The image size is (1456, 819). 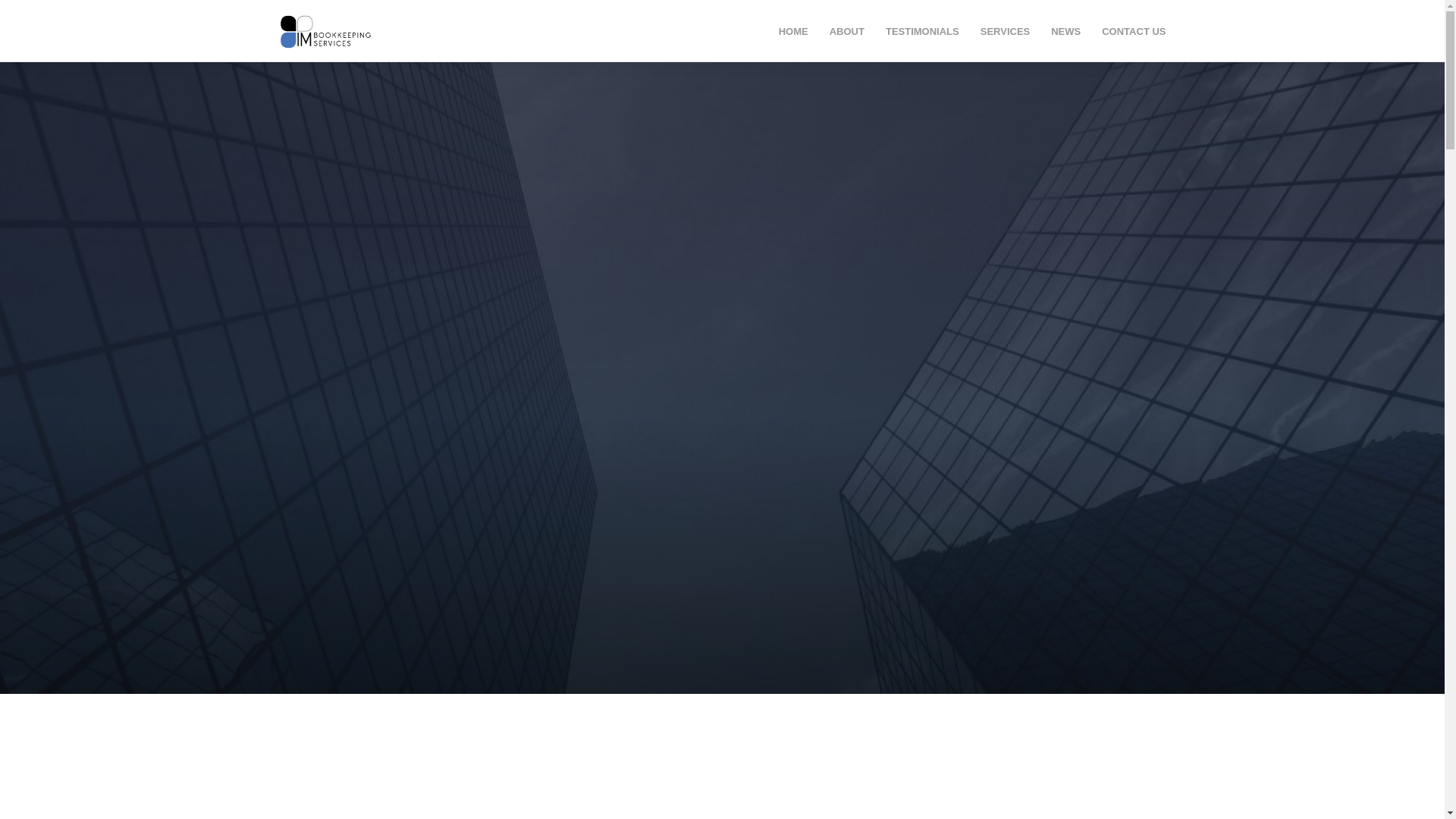 What do you see at coordinates (1005, 31) in the screenshot?
I see `'SERVICES'` at bounding box center [1005, 31].